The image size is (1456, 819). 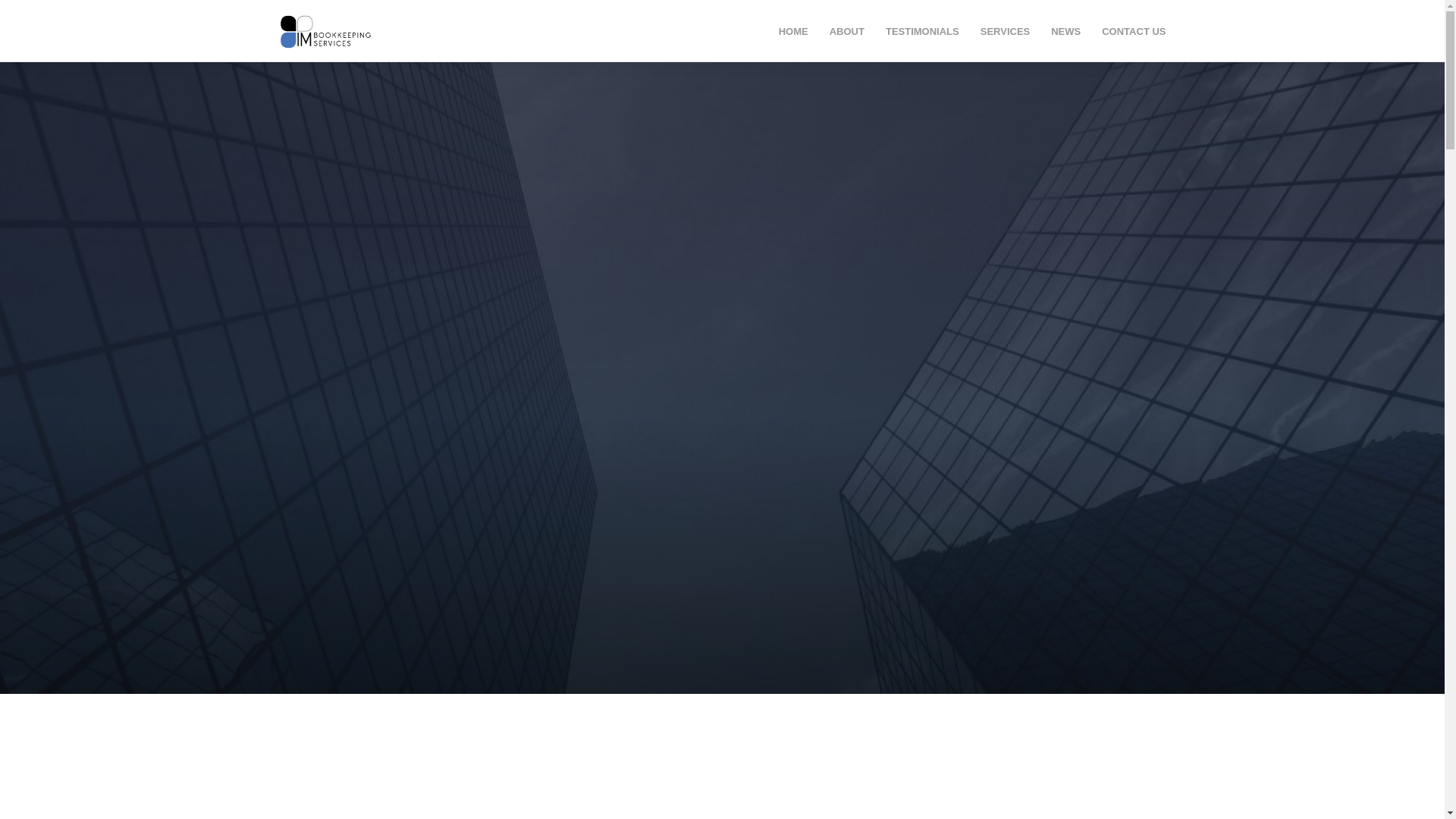 What do you see at coordinates (1005, 31) in the screenshot?
I see `'SERVICES'` at bounding box center [1005, 31].